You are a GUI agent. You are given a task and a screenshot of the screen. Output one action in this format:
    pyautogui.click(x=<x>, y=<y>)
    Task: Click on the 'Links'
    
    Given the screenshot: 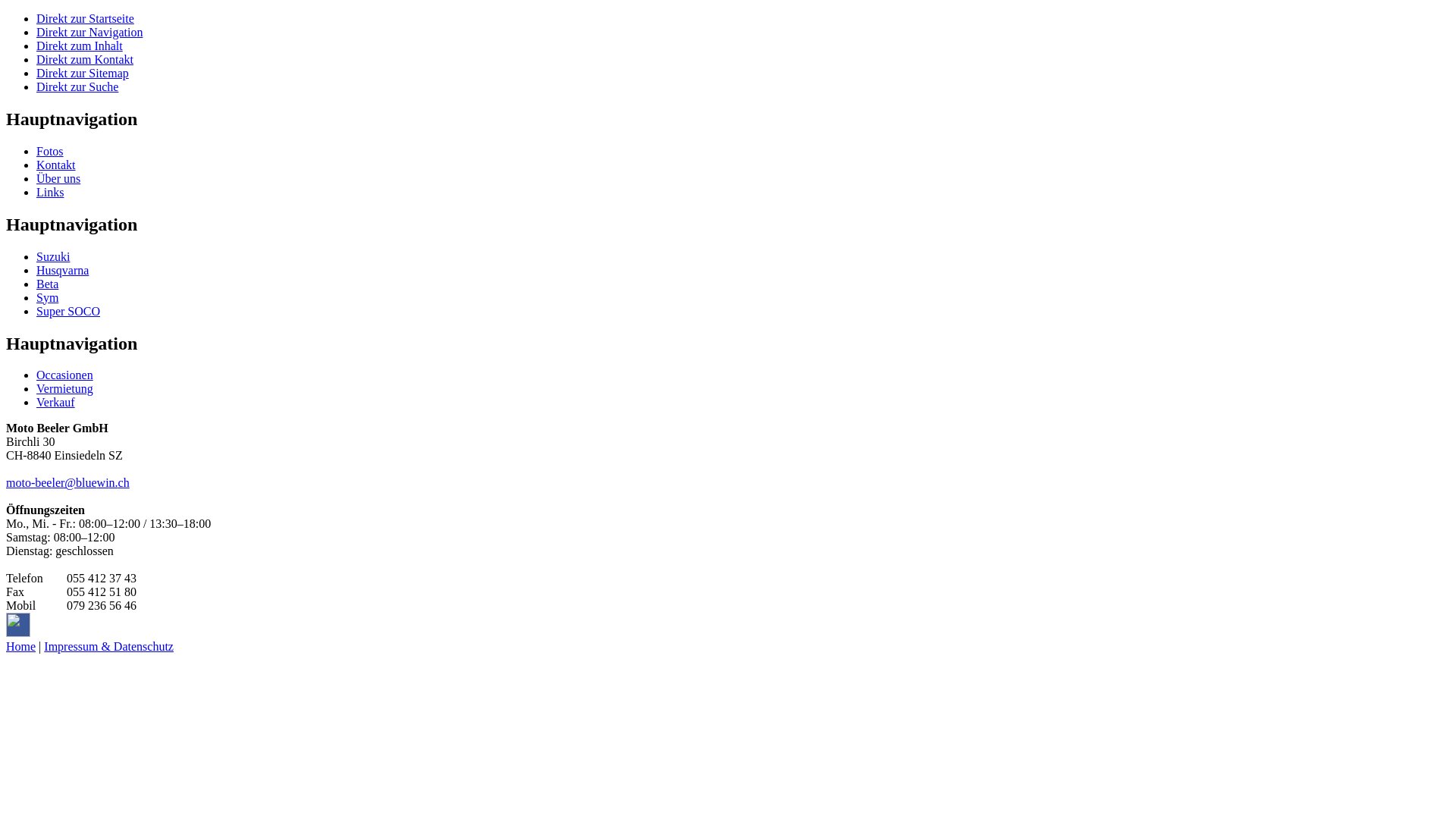 What is the action you would take?
    pyautogui.click(x=50, y=191)
    